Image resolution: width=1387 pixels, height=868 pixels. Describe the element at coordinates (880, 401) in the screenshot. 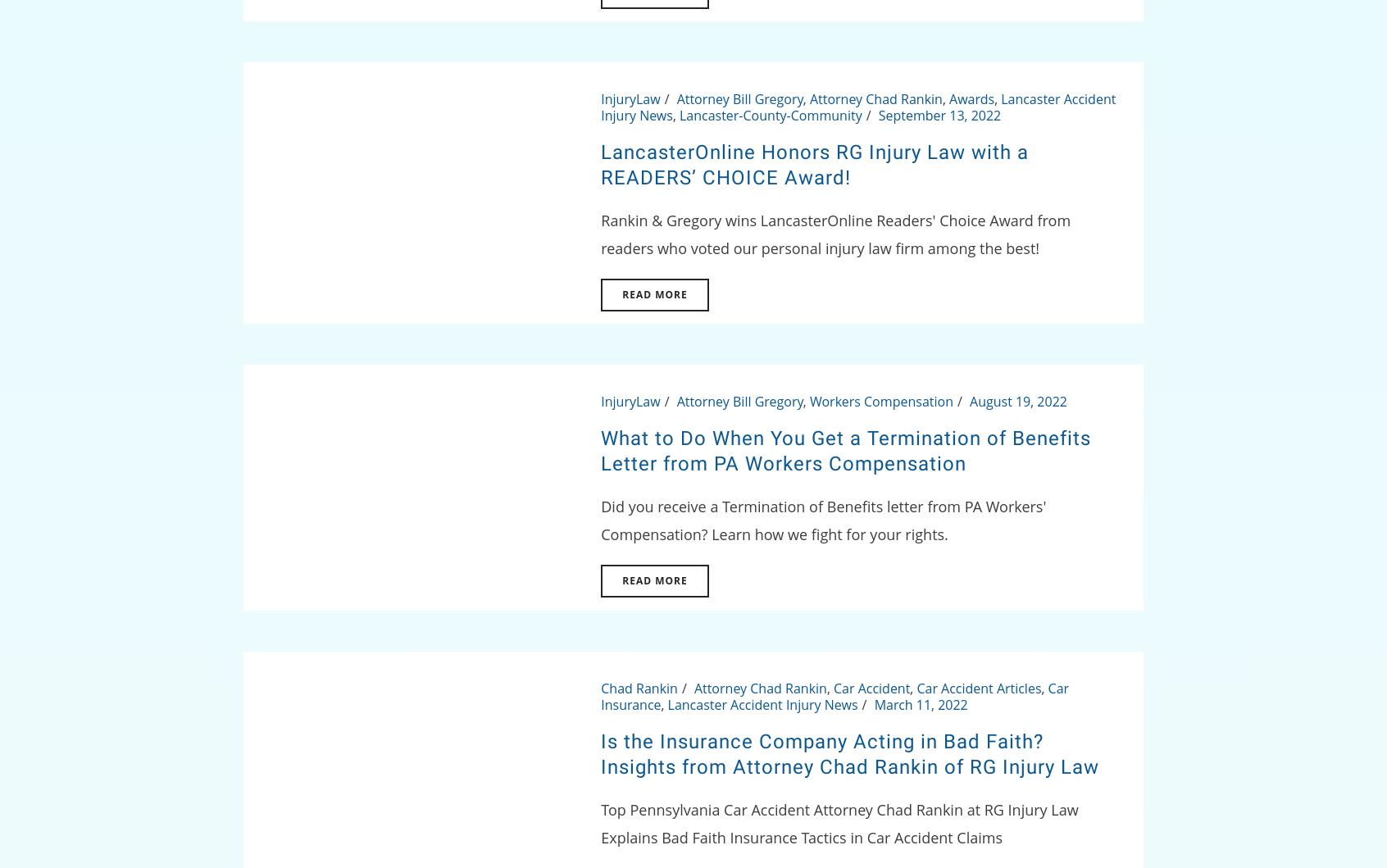

I see `'Workers Compensation'` at that location.